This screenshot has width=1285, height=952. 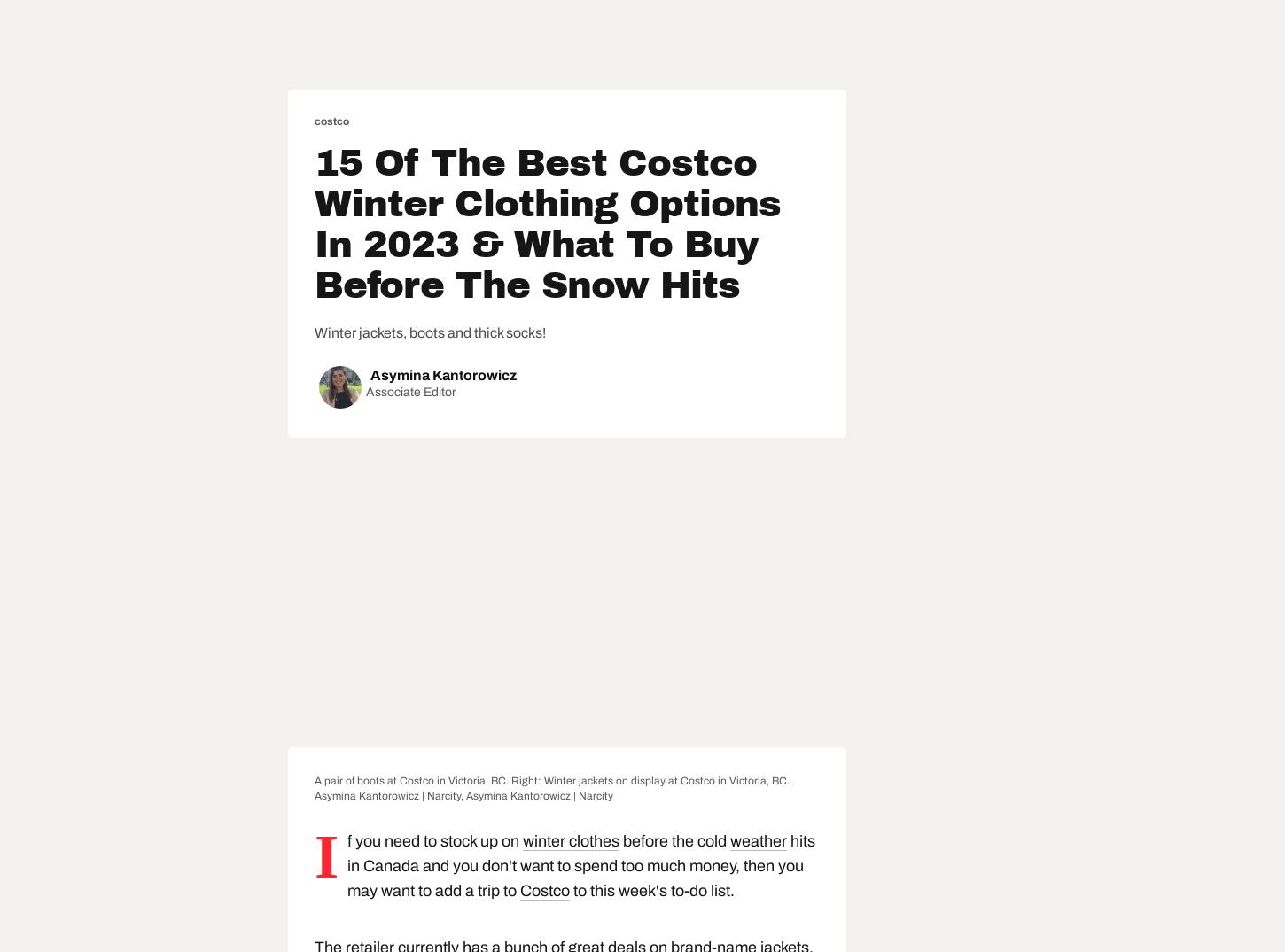 I want to click on 'A pair of boots at Costco in Victoria, BC. Right: Winter jackets on display at Costco in Victoria, BC.', so click(x=551, y=780).